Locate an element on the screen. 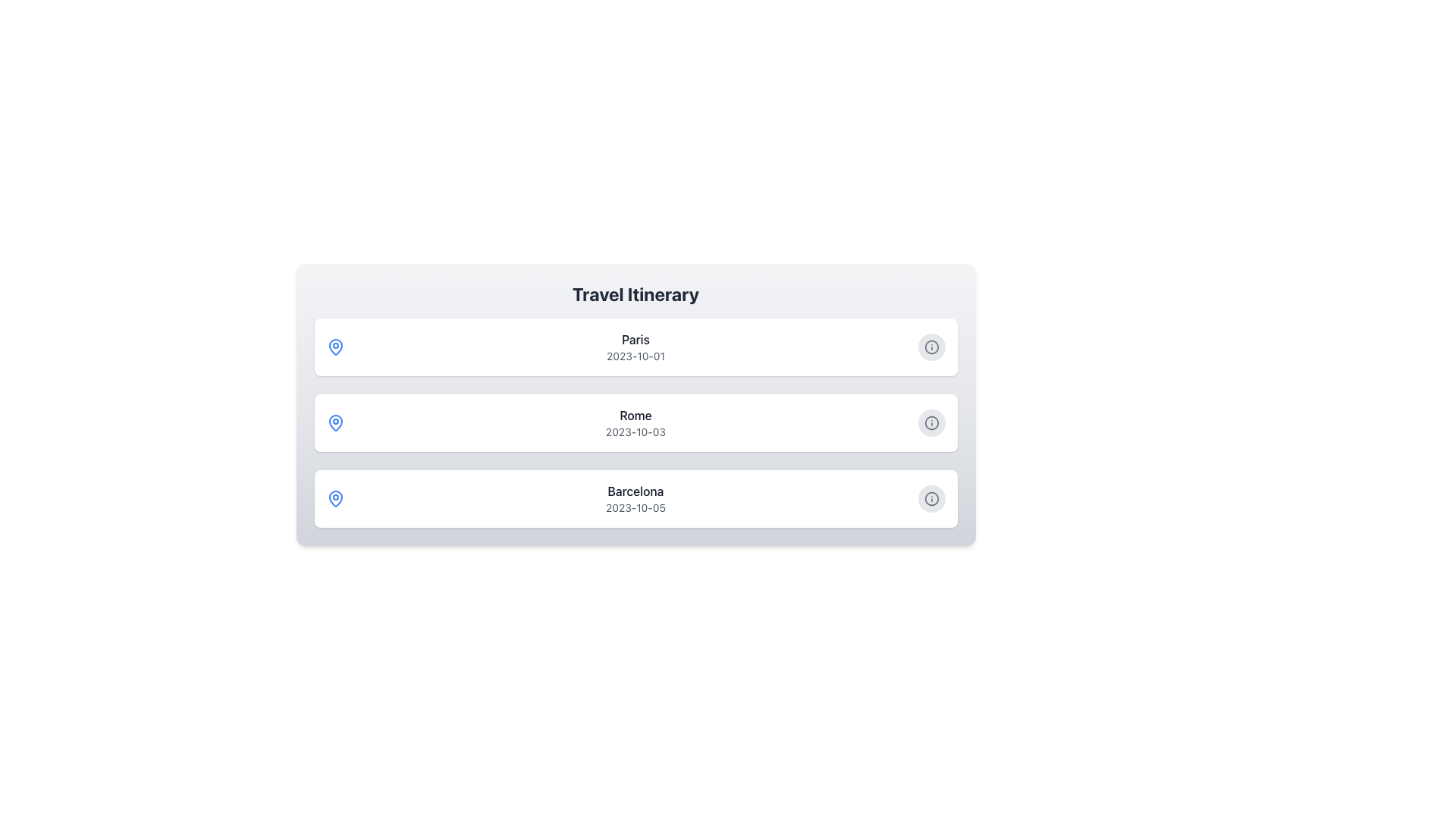 The image size is (1456, 819). the static text label displaying 'Paris' which is centrally aligned at the top of the 'Travel Itinerary' section is located at coordinates (635, 338).